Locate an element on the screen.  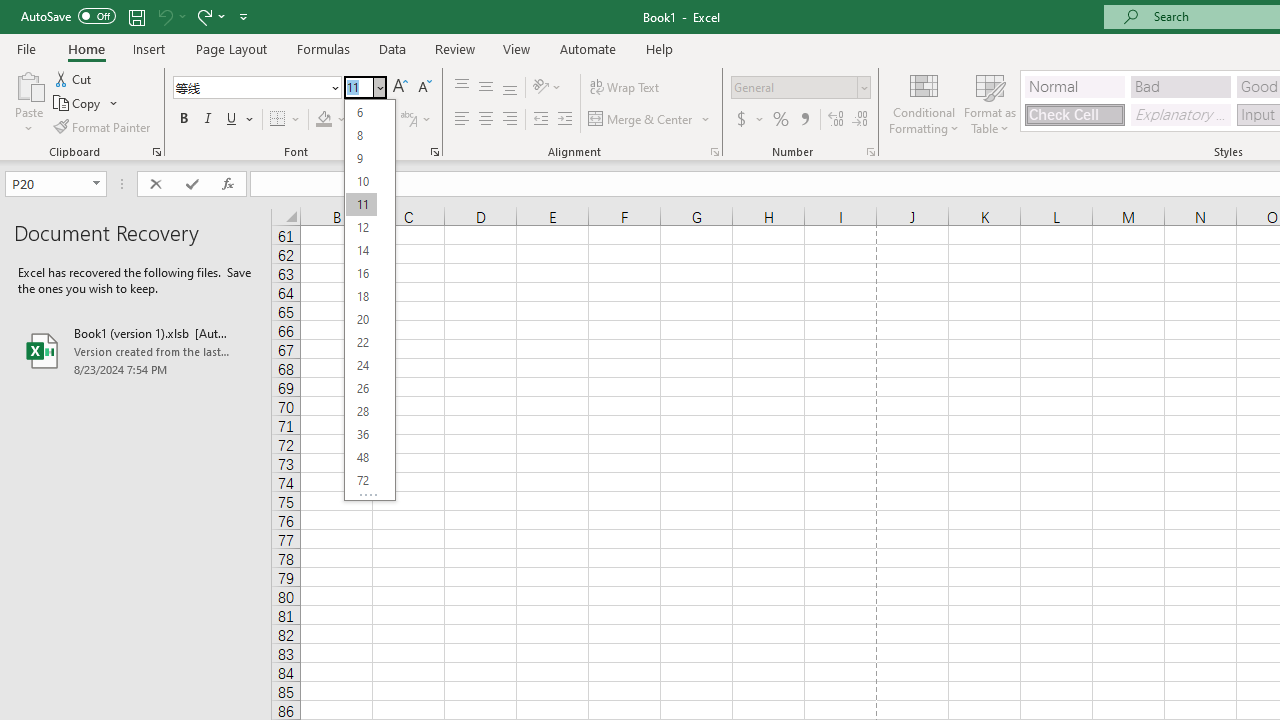
'Insert' is located at coordinates (148, 48).